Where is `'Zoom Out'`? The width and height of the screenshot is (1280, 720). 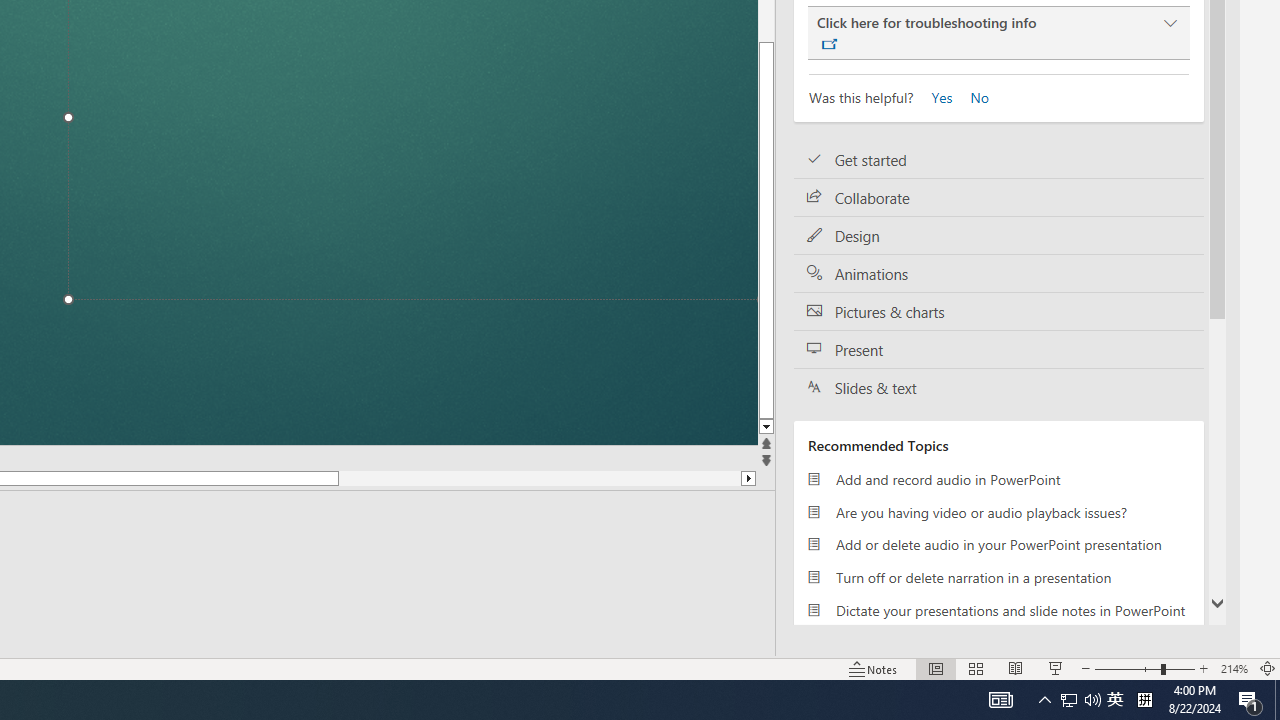 'Zoom Out' is located at coordinates (1127, 669).